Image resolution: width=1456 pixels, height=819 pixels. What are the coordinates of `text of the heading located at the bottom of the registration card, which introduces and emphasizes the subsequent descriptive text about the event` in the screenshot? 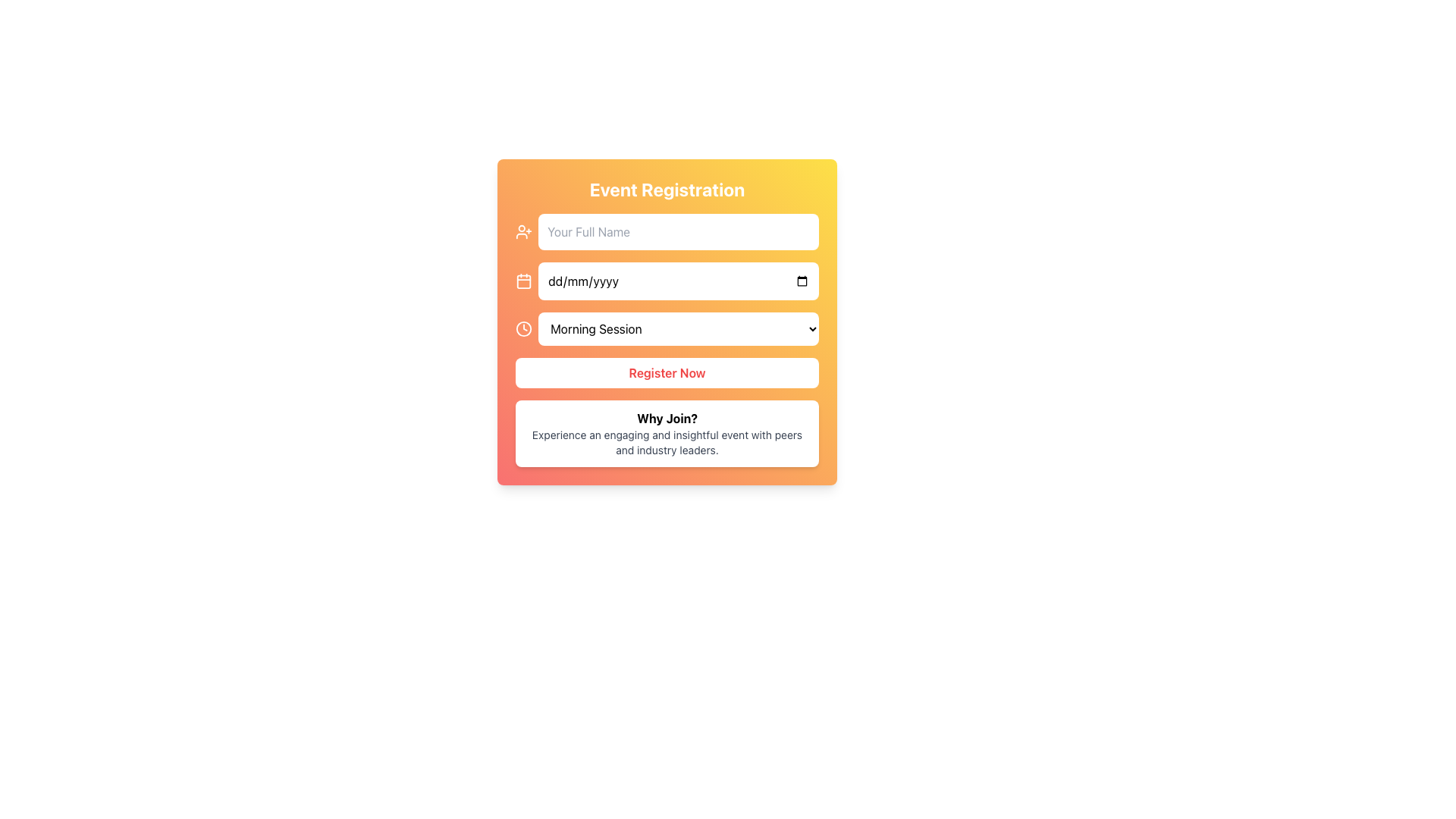 It's located at (667, 418).